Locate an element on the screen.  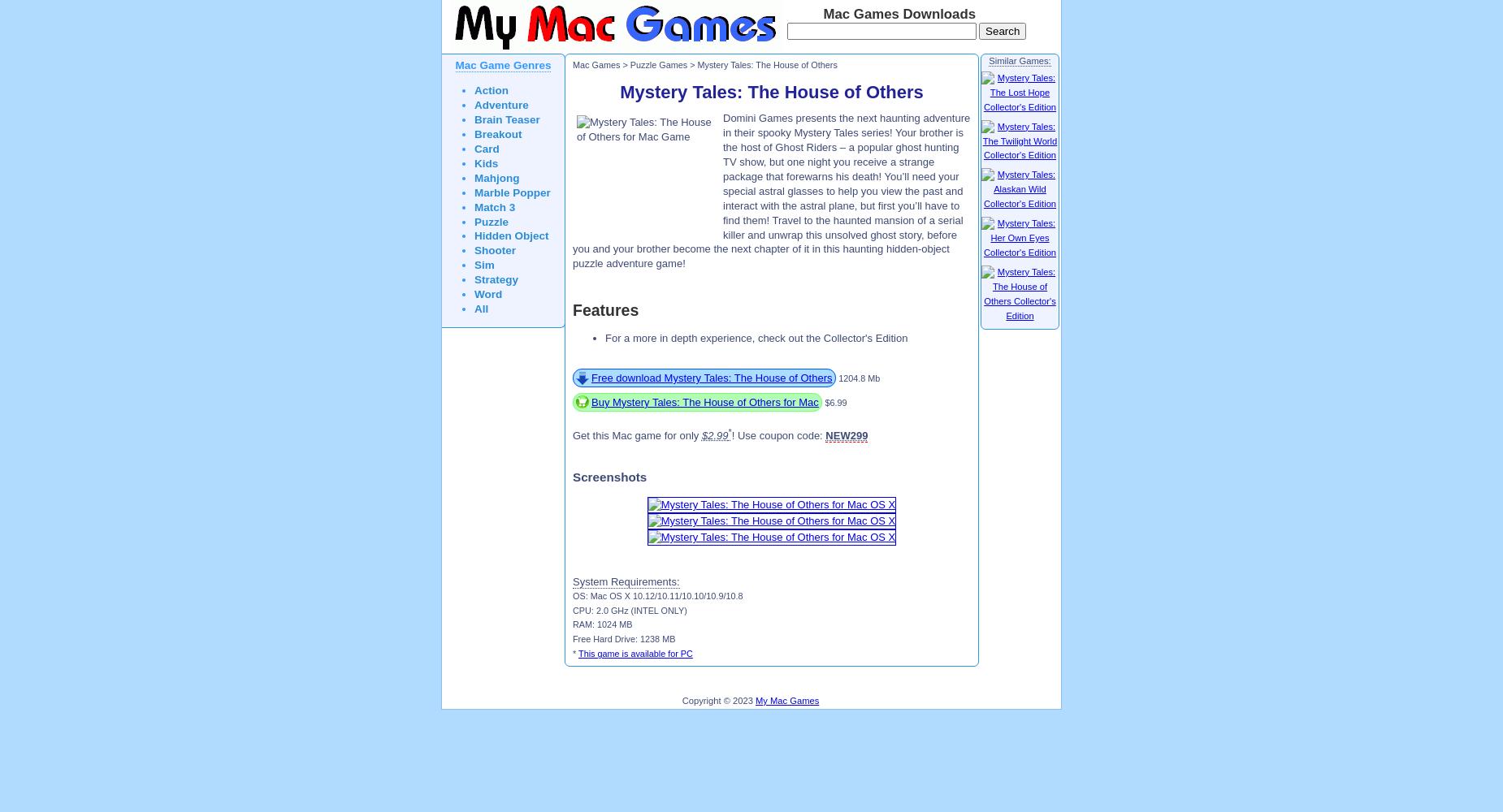
'>' is located at coordinates (625, 64).